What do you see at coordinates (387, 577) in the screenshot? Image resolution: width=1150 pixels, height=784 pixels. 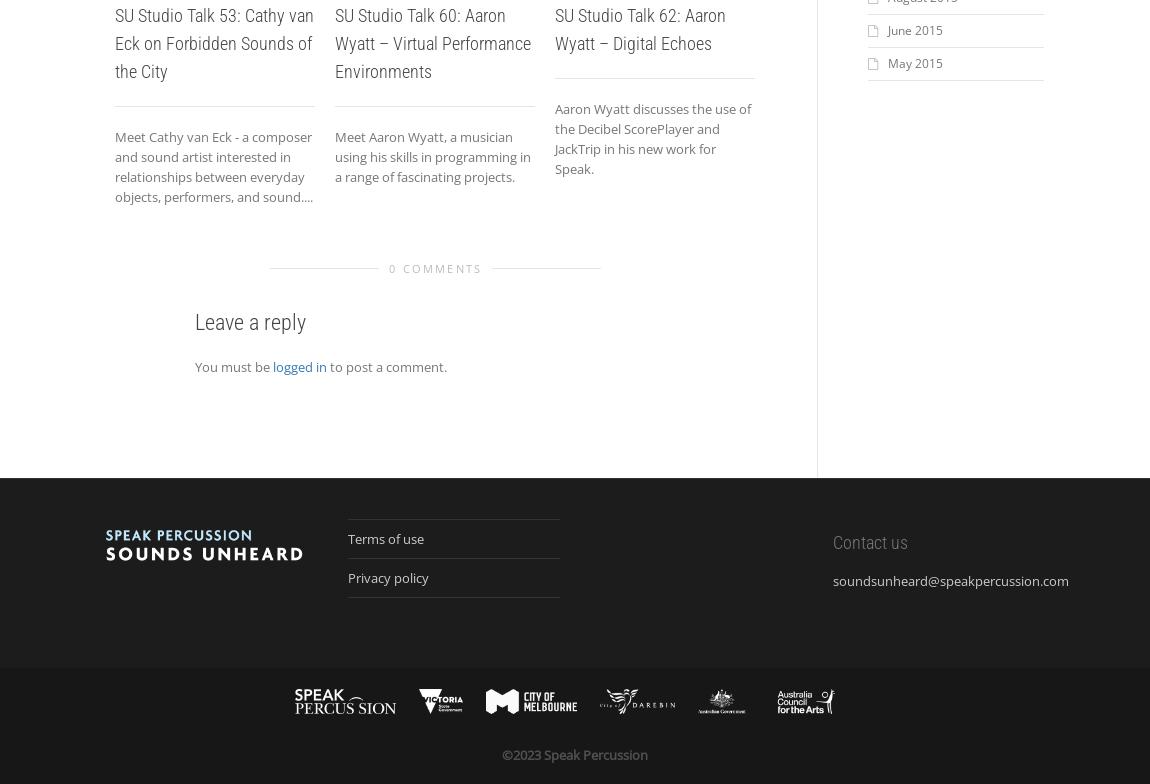 I see `'Privacy policy'` at bounding box center [387, 577].